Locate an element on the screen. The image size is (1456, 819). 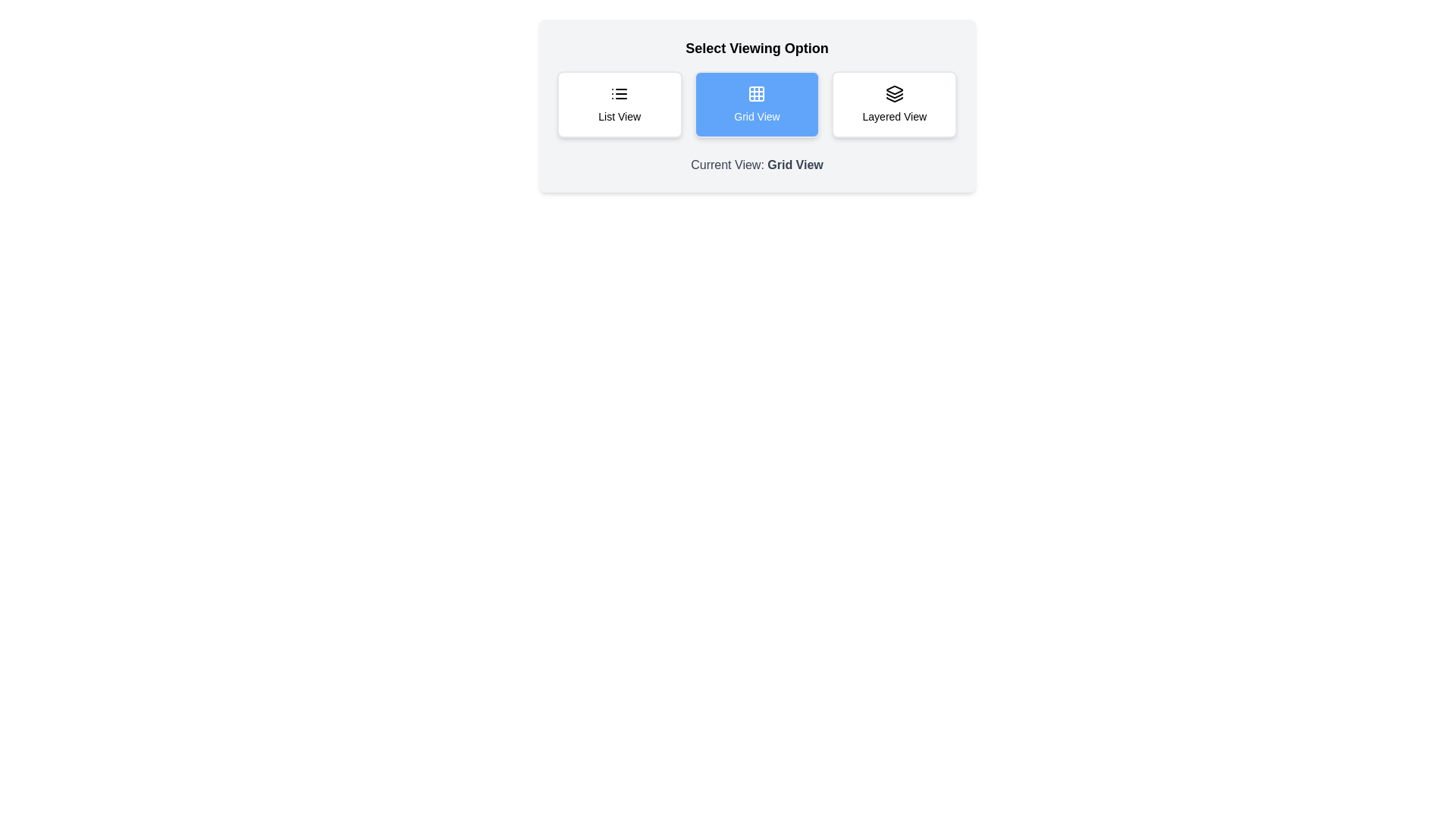
the 'Layered View' button, which is the rightmost button in a group of three buttons labeled 'List View', 'Grid View', and 'Layered View' is located at coordinates (894, 104).